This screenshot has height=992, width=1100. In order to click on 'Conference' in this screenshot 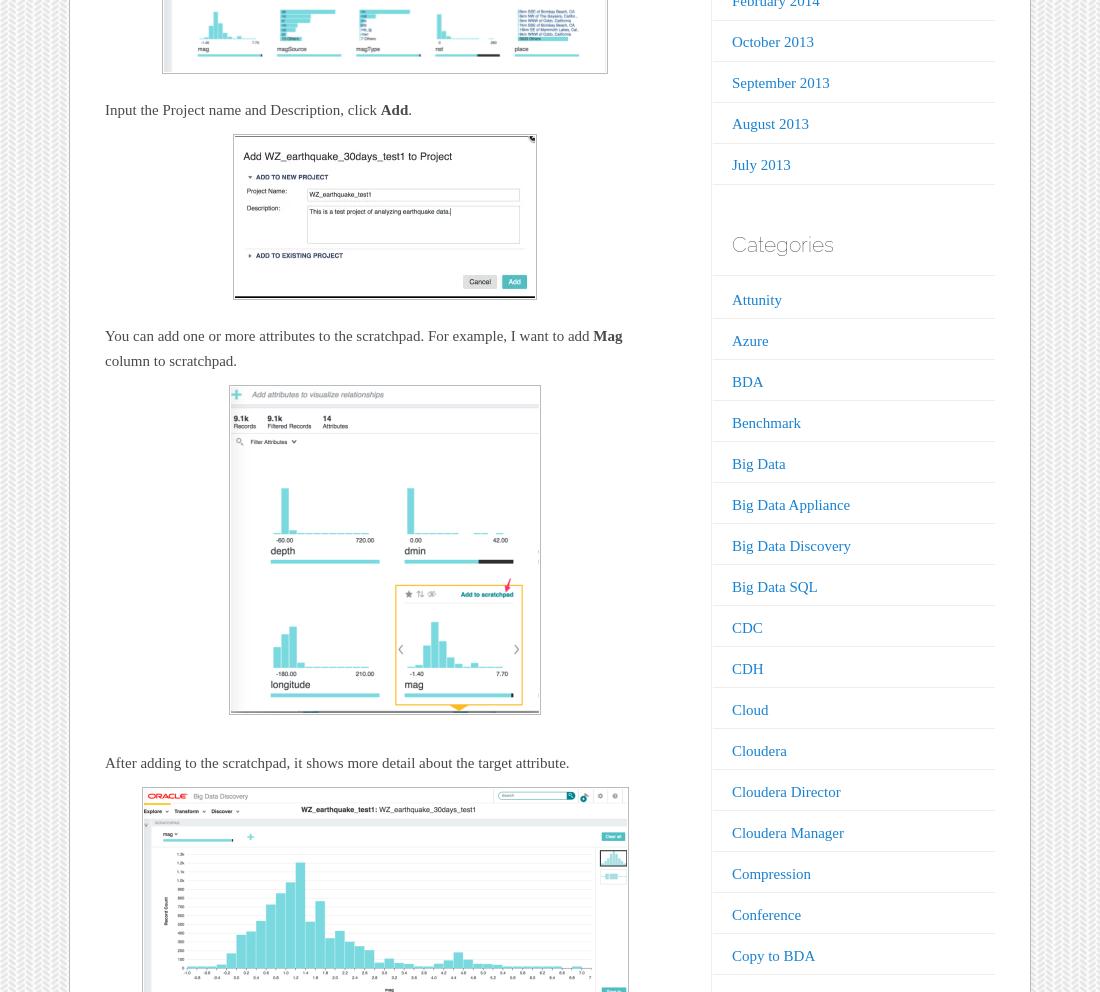, I will do `click(766, 913)`.